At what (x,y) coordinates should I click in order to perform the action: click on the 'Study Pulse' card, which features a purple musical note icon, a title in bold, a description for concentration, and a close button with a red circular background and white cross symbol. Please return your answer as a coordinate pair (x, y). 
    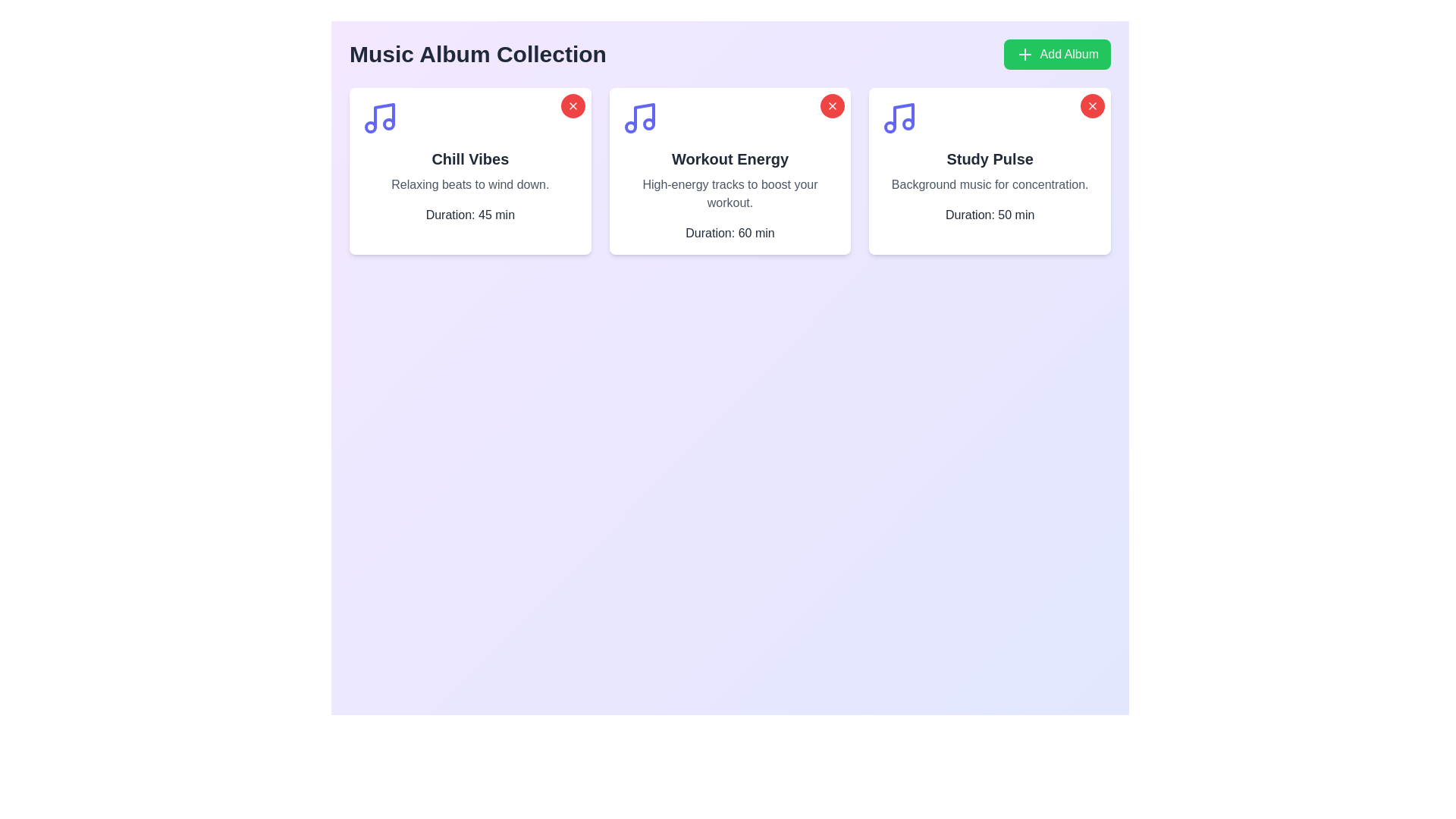
    Looking at the image, I should click on (990, 171).